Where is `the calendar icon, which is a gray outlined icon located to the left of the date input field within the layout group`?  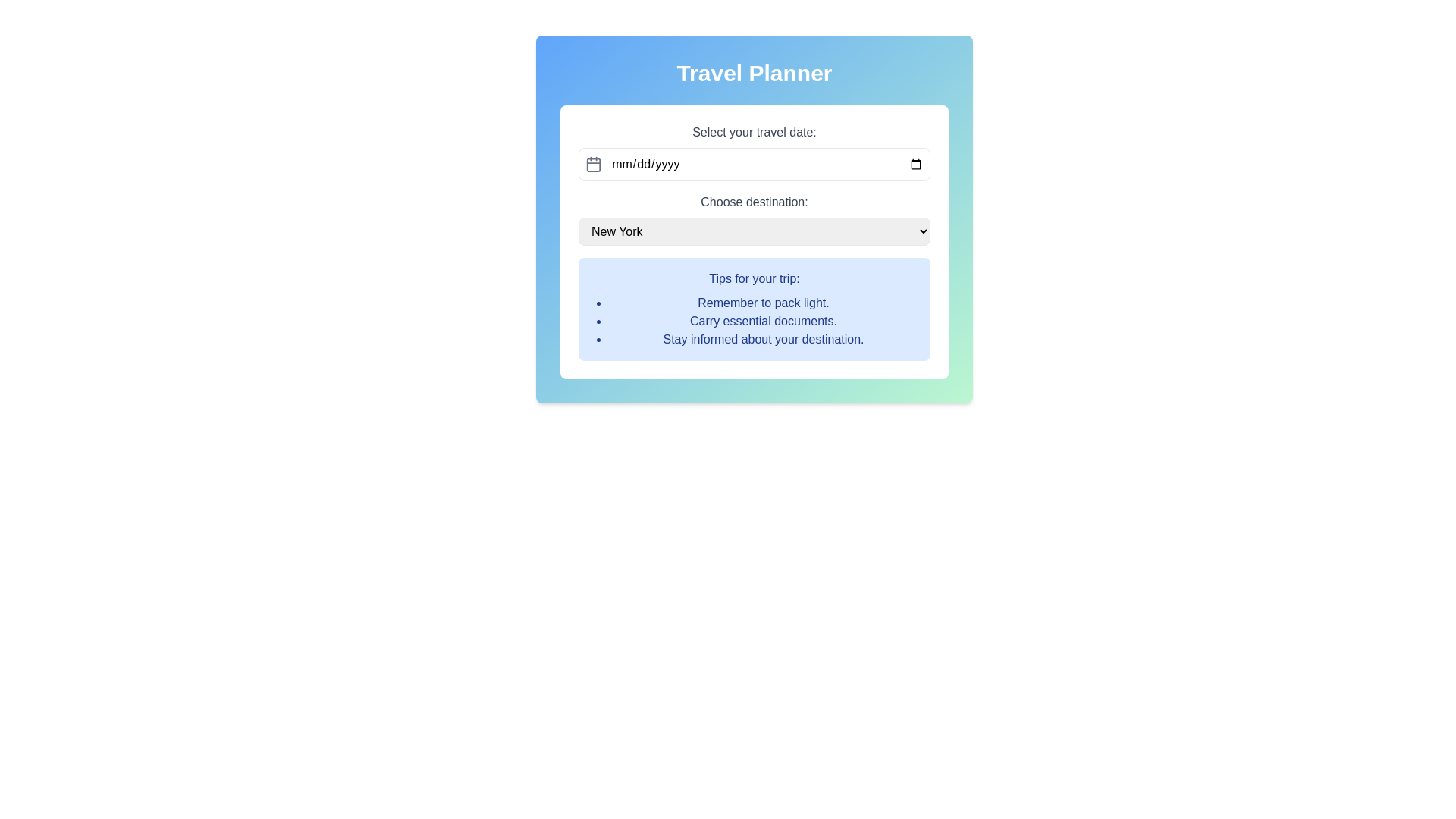 the calendar icon, which is a gray outlined icon located to the left of the date input field within the layout group is located at coordinates (593, 164).